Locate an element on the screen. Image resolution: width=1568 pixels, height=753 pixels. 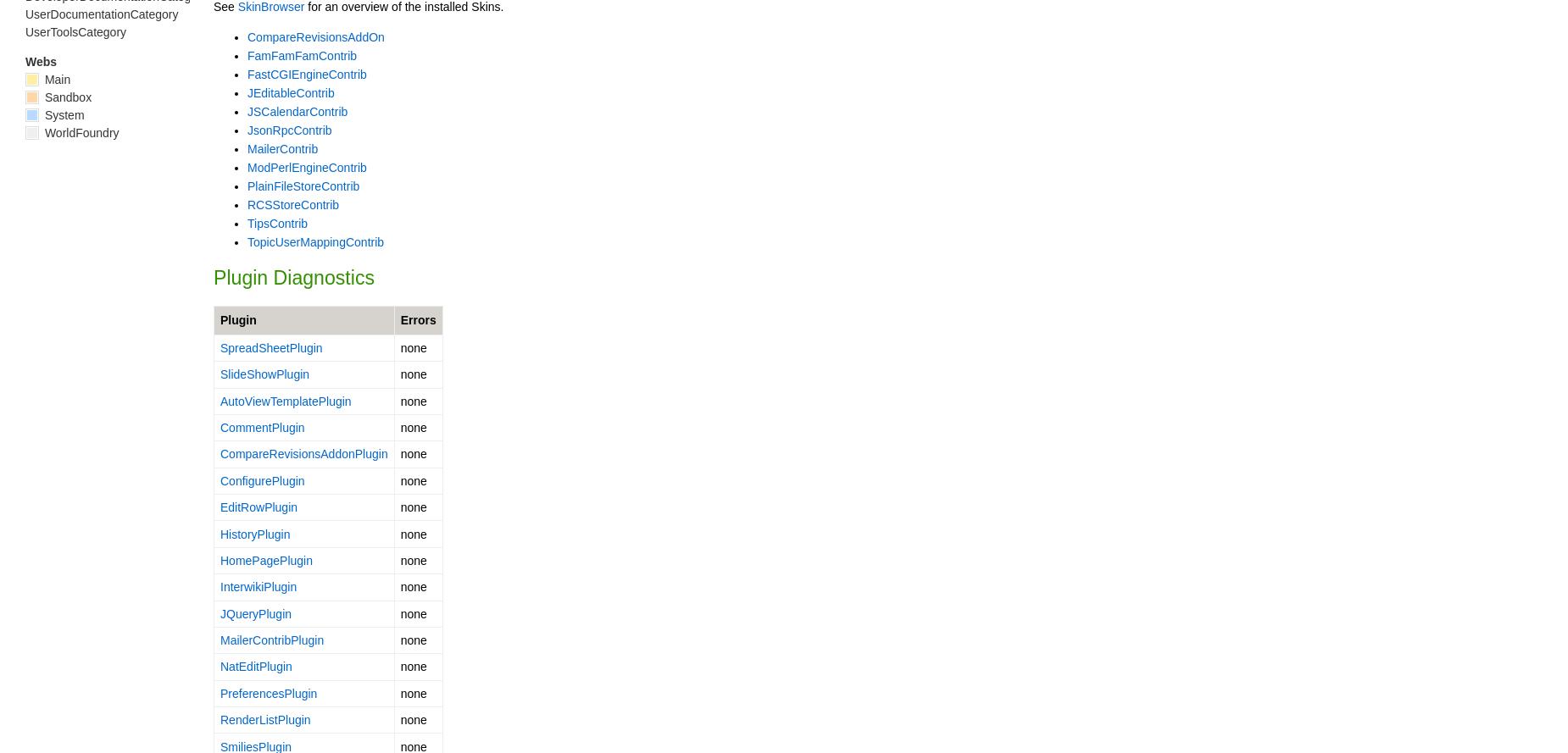
'System' is located at coordinates (41, 114).